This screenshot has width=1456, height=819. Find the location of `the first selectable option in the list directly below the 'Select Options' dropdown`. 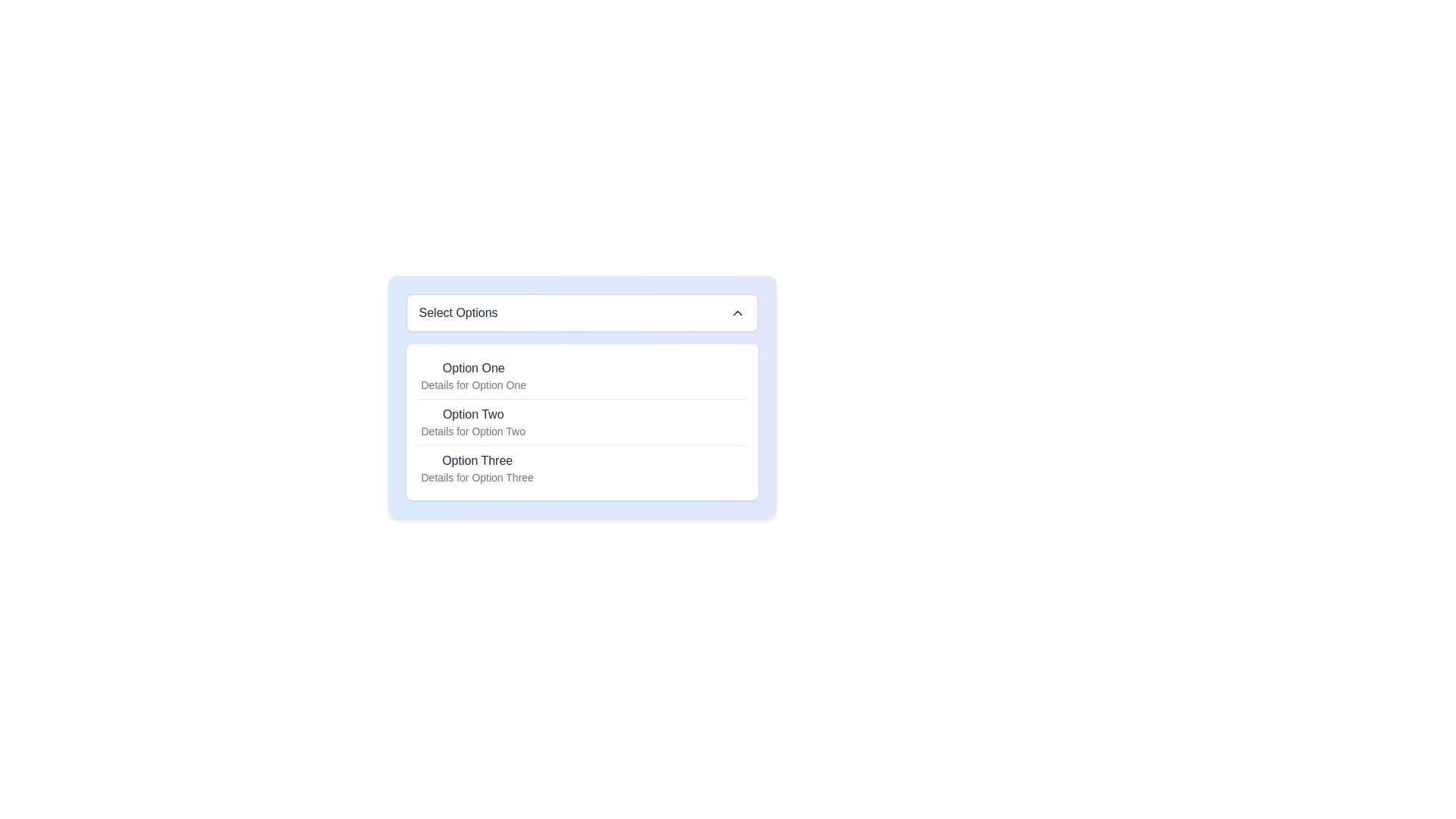

the first selectable option in the list directly below the 'Select Options' dropdown is located at coordinates (581, 375).